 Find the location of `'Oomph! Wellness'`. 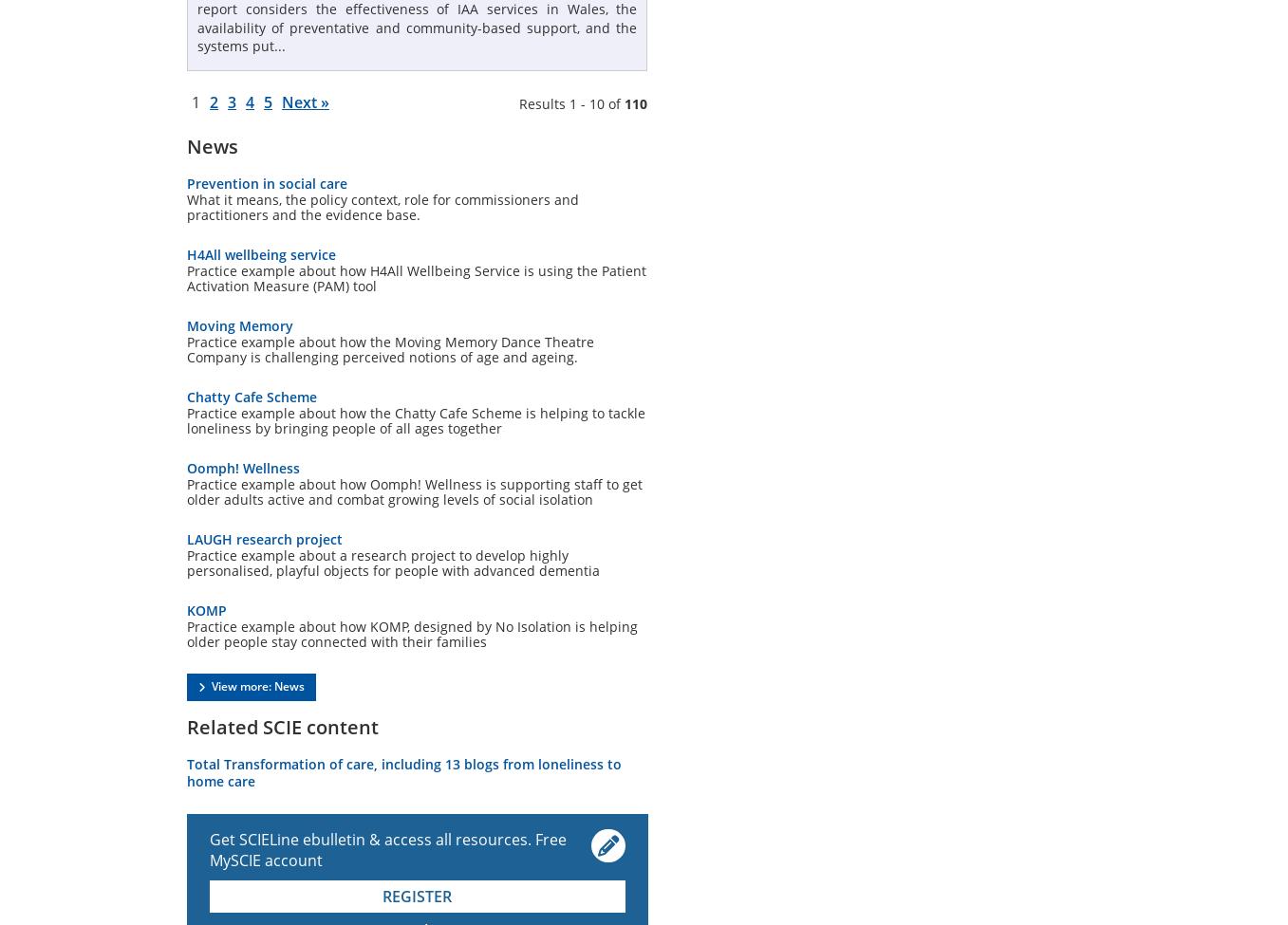

'Oomph! Wellness' is located at coordinates (242, 466).